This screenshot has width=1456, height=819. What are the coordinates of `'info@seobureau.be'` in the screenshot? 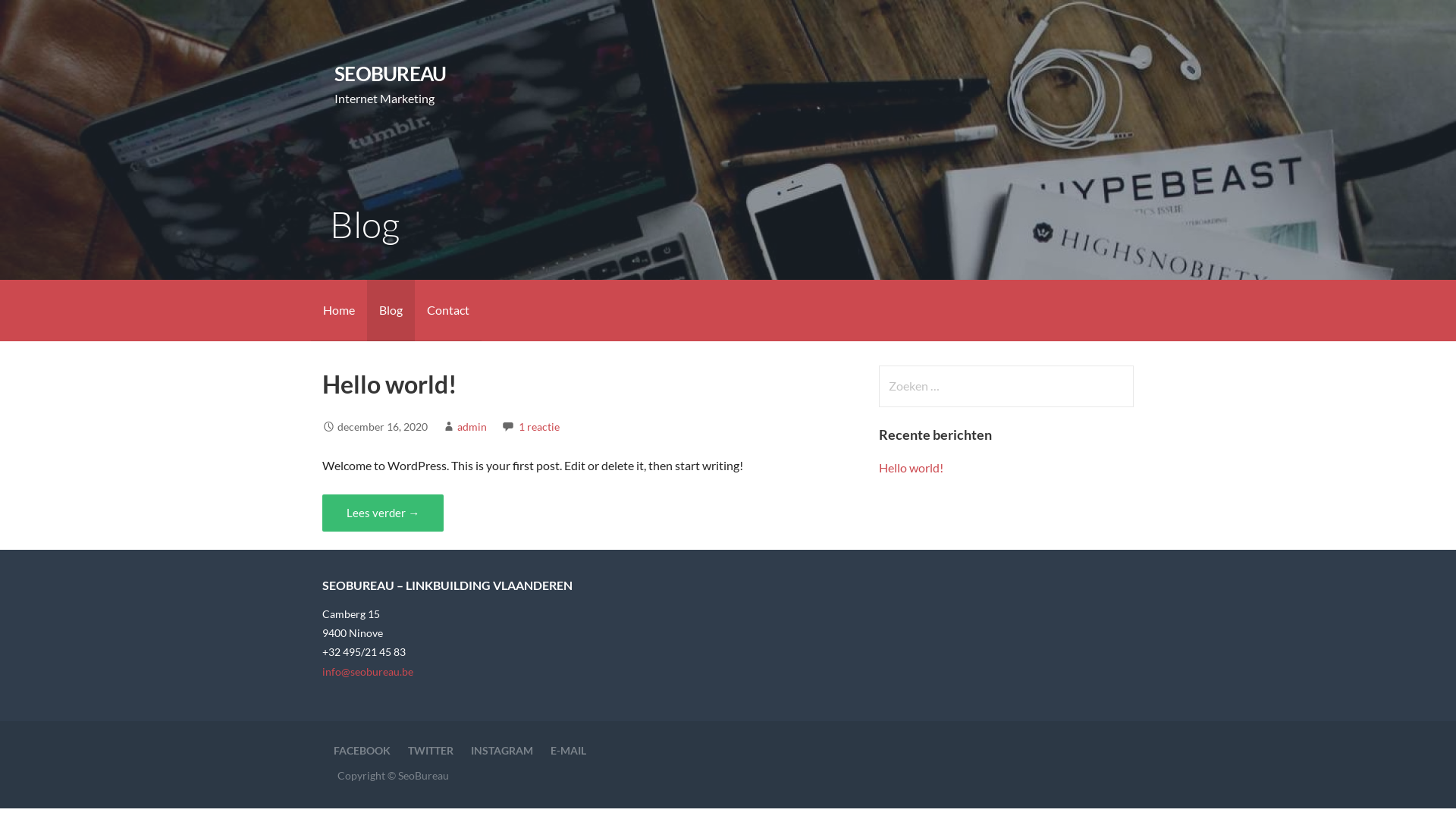 It's located at (322, 670).